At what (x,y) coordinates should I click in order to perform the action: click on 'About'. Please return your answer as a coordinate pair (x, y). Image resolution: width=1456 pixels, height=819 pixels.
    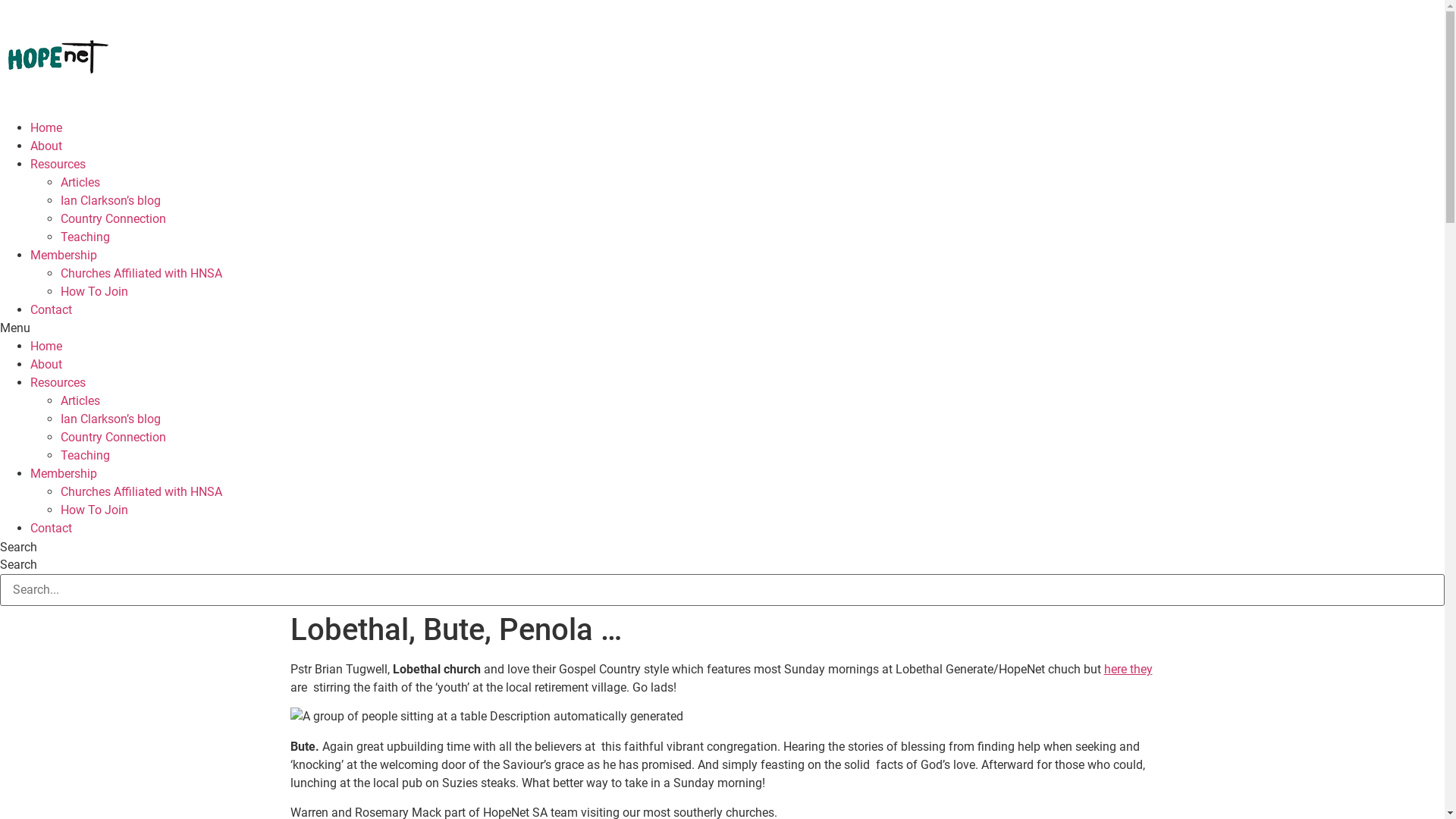
    Looking at the image, I should click on (30, 364).